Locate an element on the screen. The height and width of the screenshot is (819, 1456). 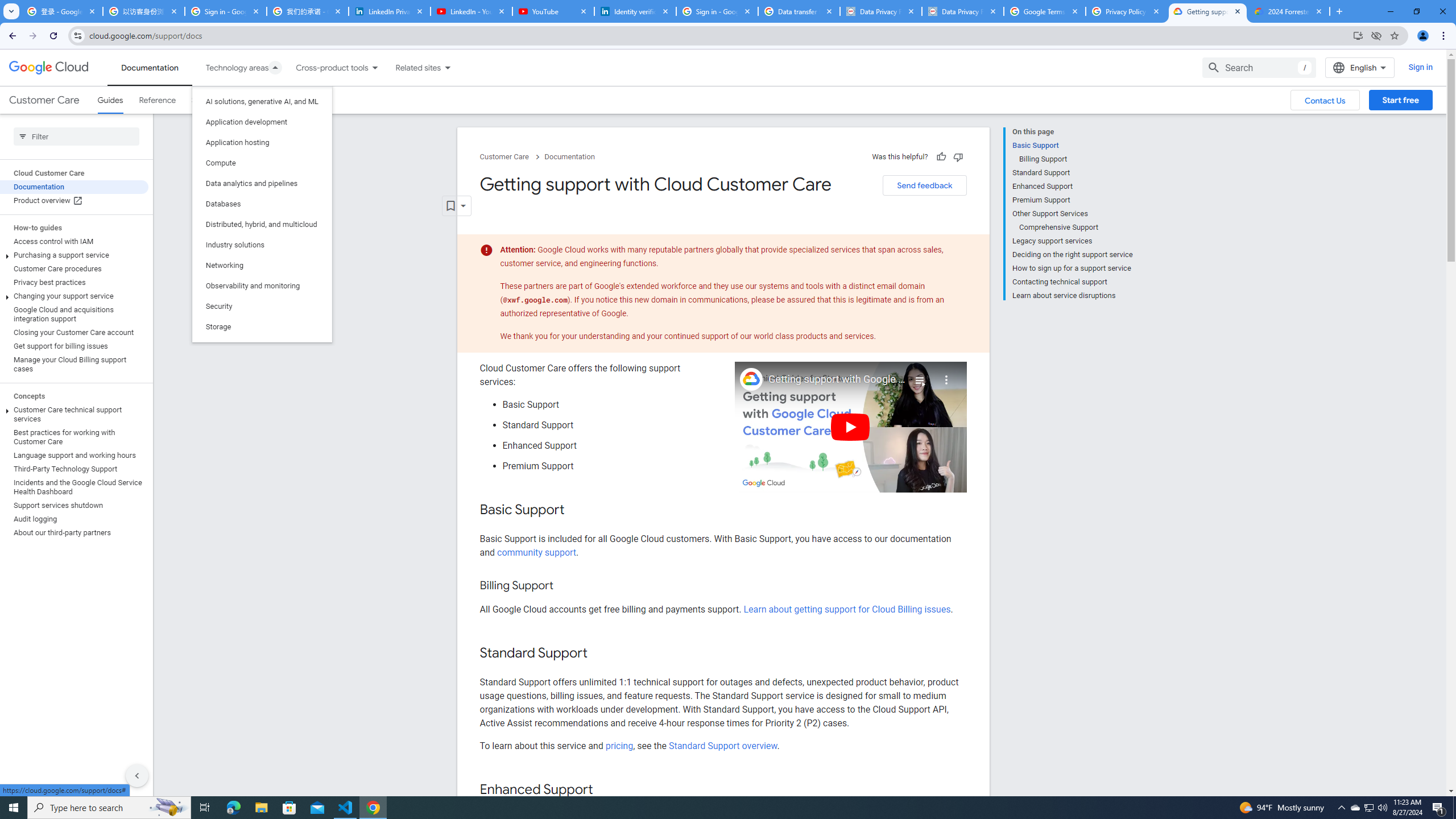
'Copy link to this section: Standard Support' is located at coordinates (599, 653).